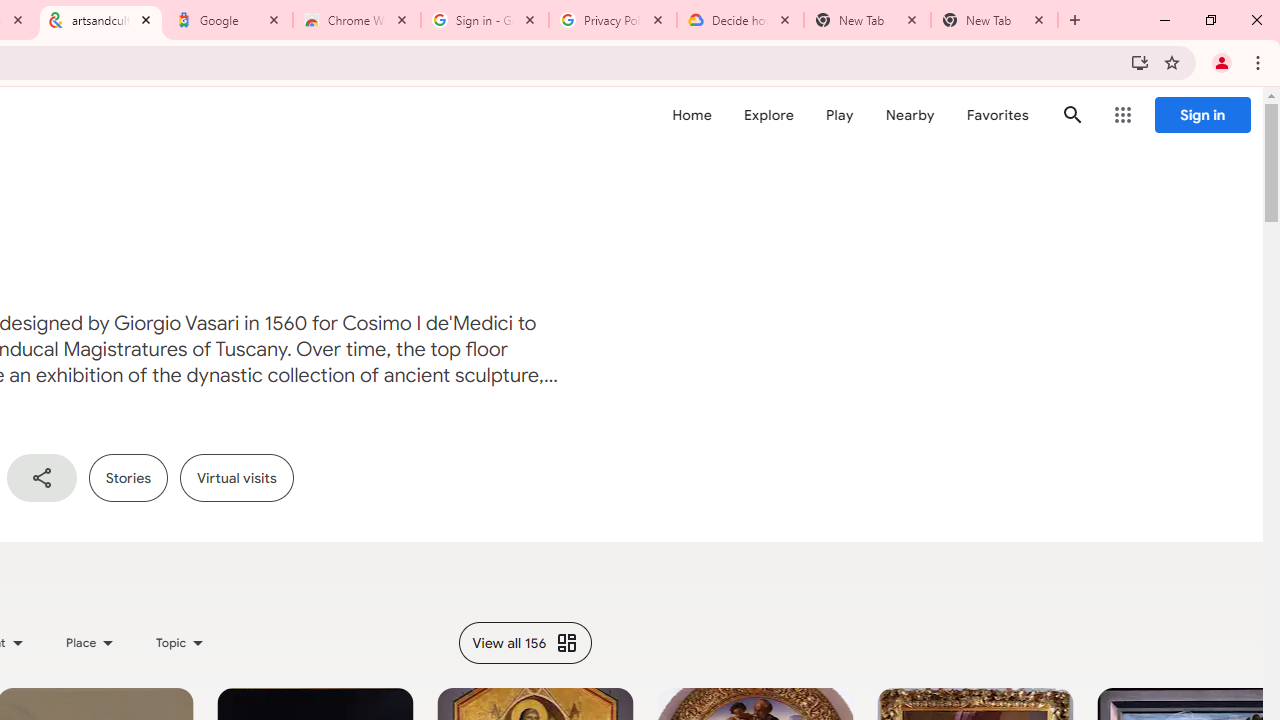 The height and width of the screenshot is (720, 1280). Describe the element at coordinates (1139, 61) in the screenshot. I see `'Install Google Arts & Culture'` at that location.